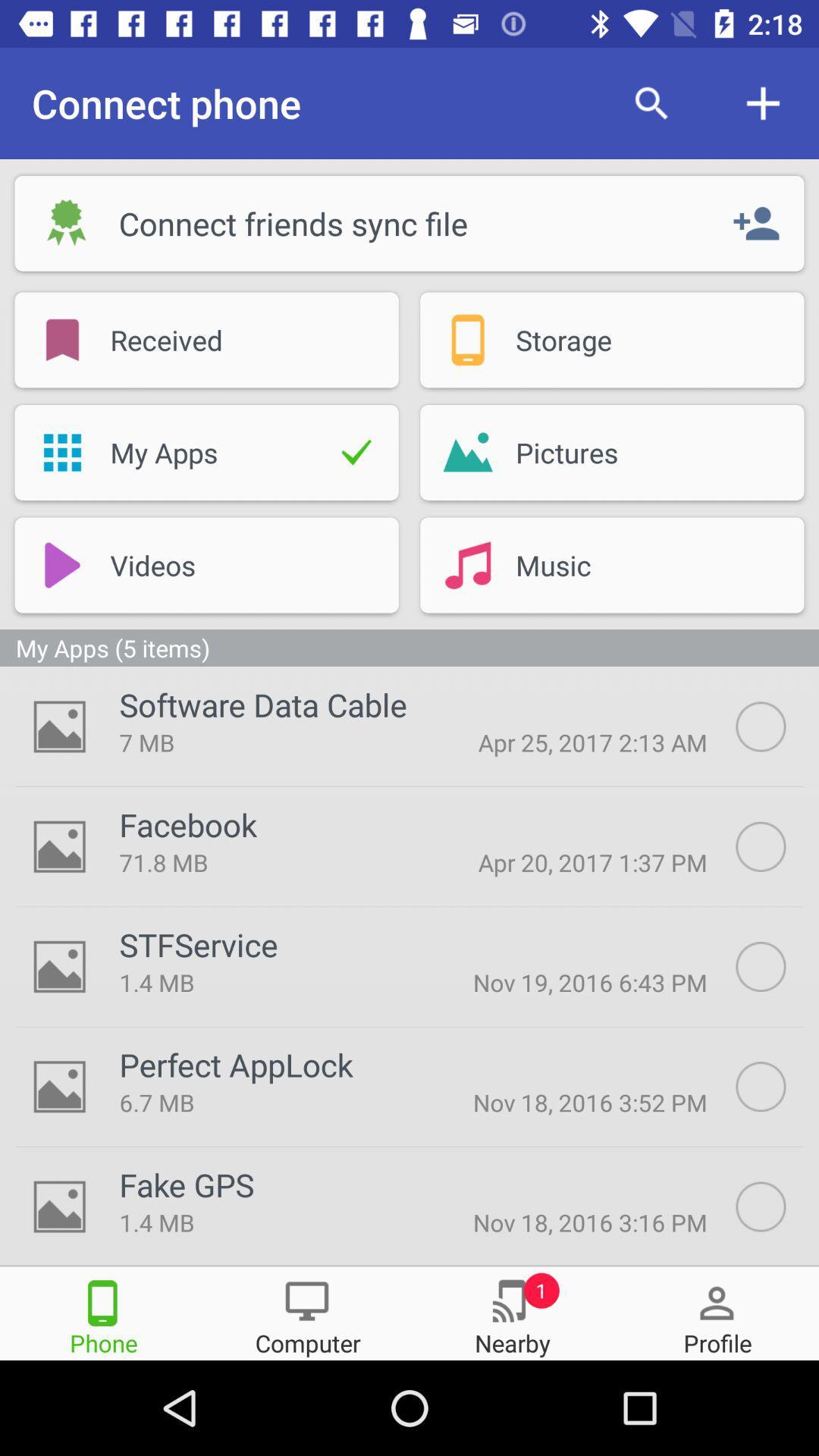 This screenshot has height=1456, width=819. What do you see at coordinates (467, 339) in the screenshot?
I see `app to the right of the received item` at bounding box center [467, 339].